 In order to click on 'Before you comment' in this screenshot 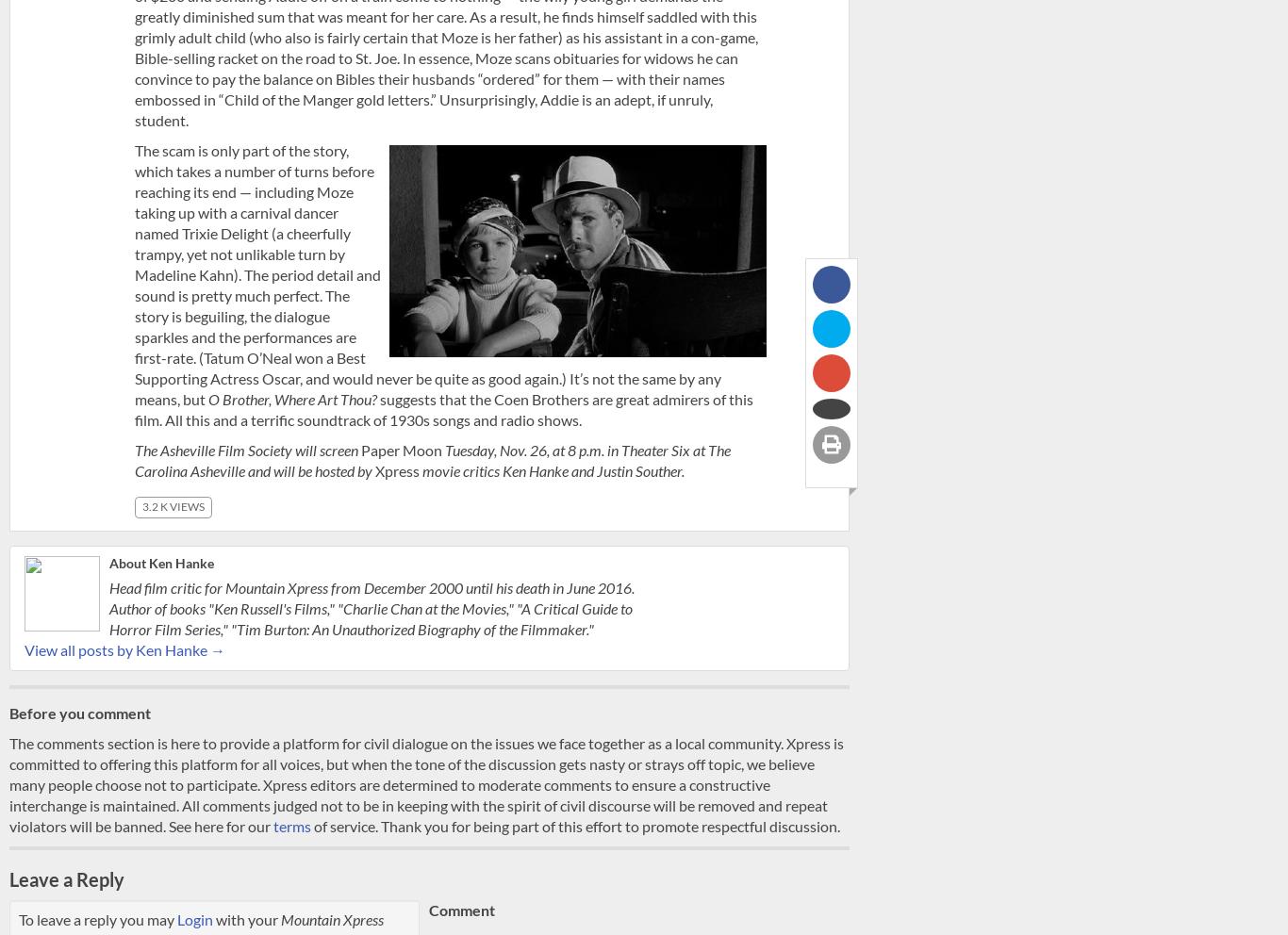, I will do `click(79, 711)`.